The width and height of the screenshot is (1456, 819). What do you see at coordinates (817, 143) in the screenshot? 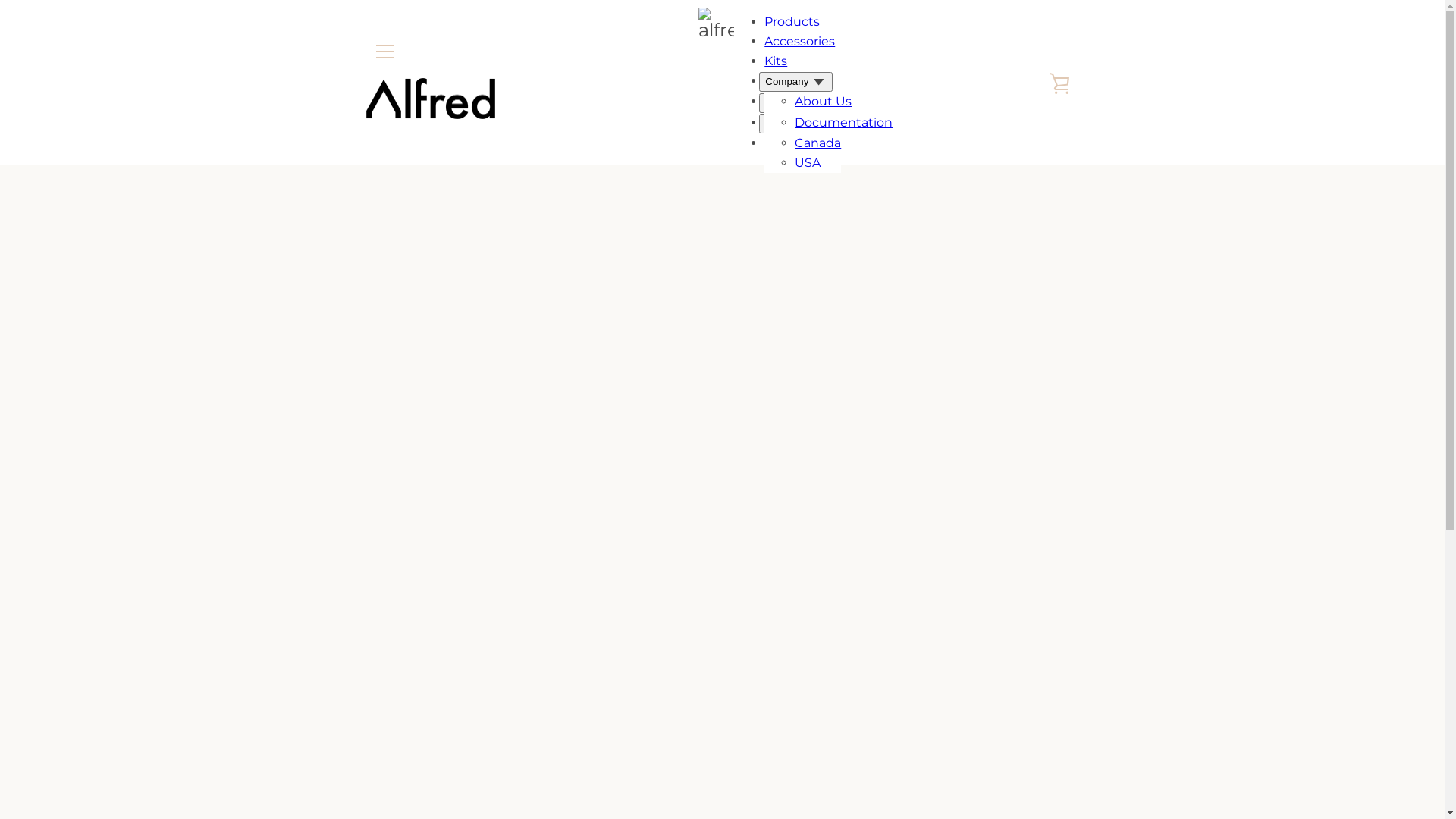
I see `'Canada'` at bounding box center [817, 143].